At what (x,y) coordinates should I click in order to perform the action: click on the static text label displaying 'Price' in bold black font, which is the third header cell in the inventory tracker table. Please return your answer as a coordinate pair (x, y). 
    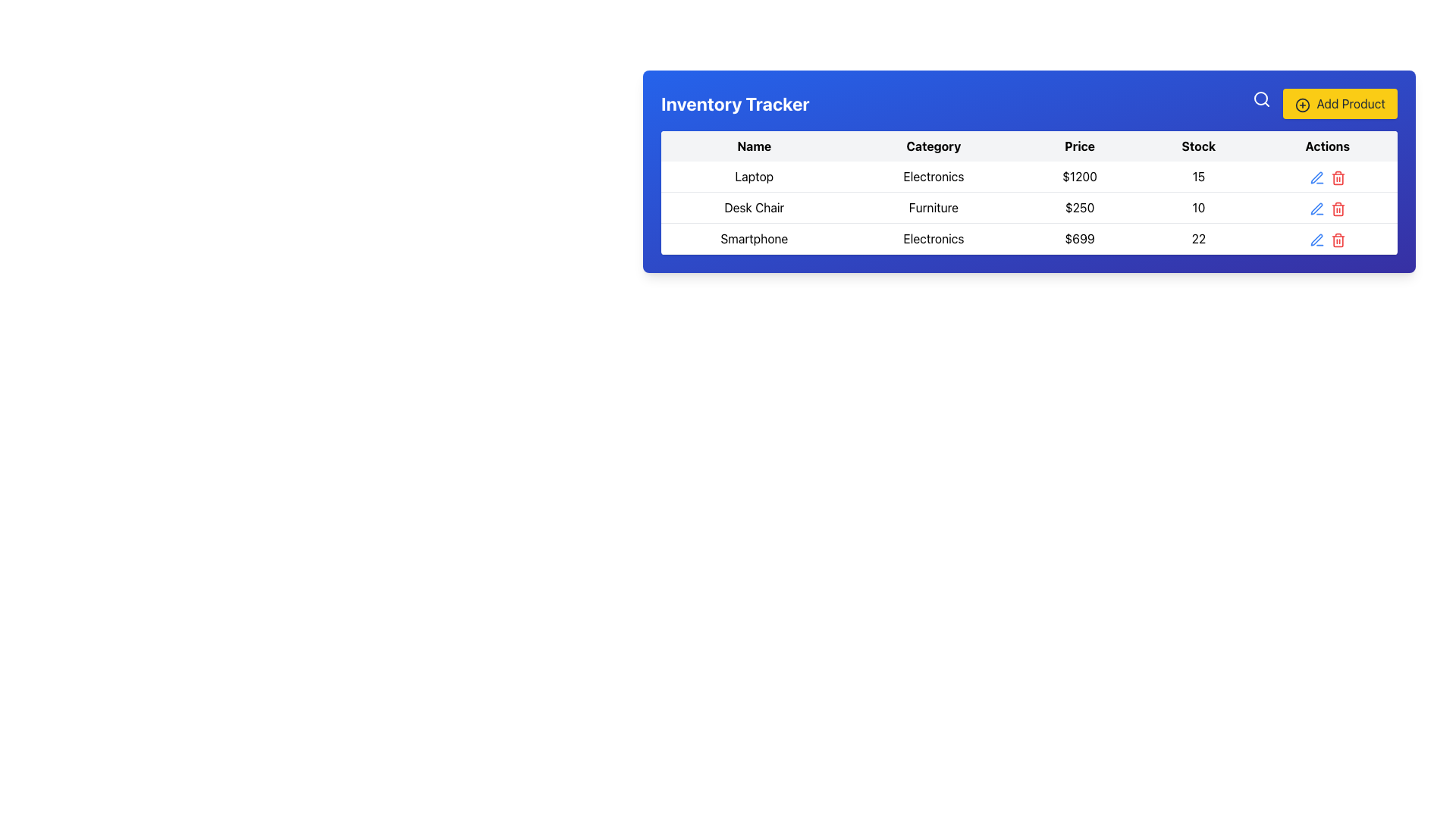
    Looking at the image, I should click on (1079, 146).